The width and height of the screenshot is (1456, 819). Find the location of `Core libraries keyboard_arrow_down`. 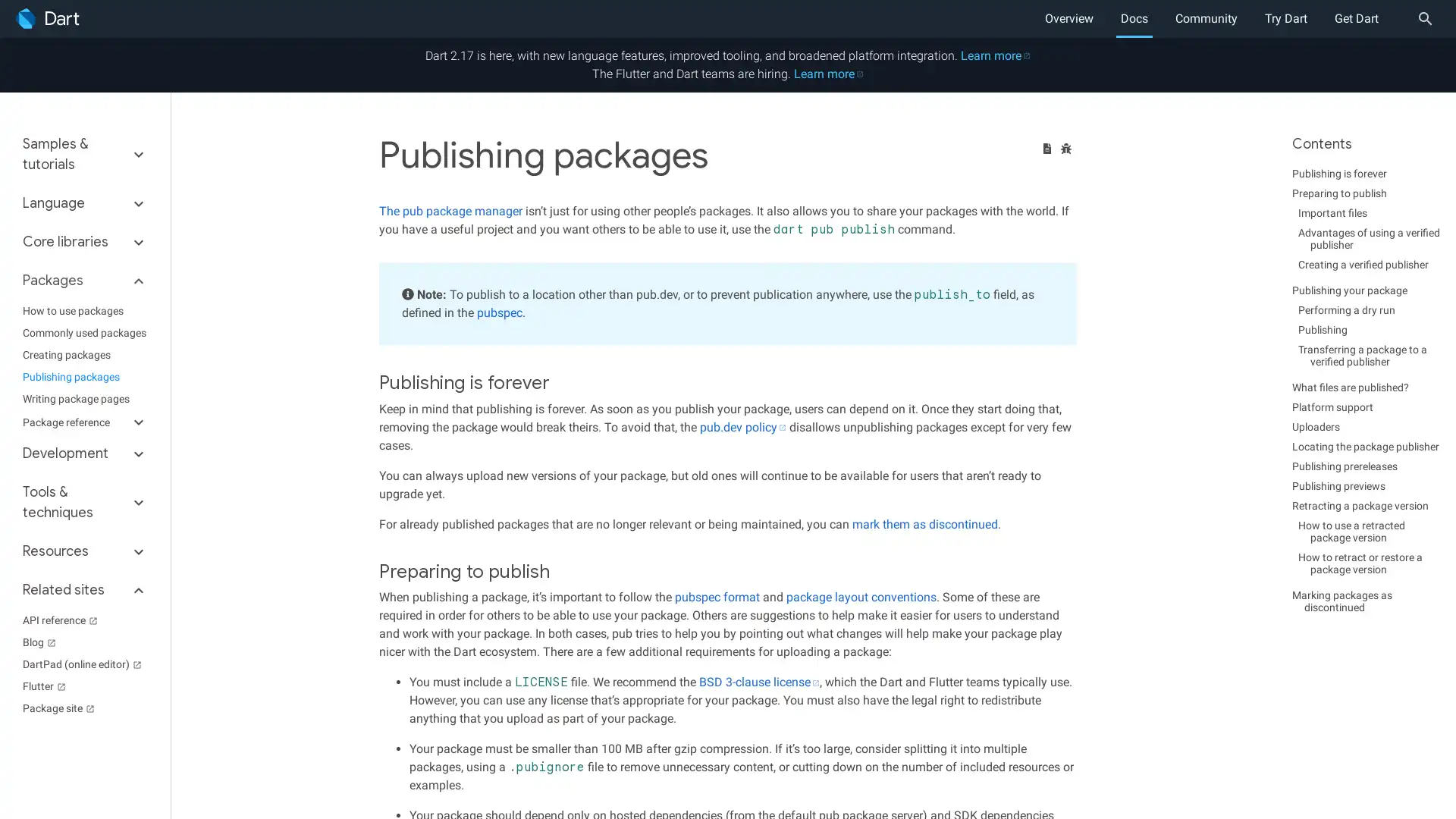

Core libraries keyboard_arrow_down is located at coordinates (84, 241).